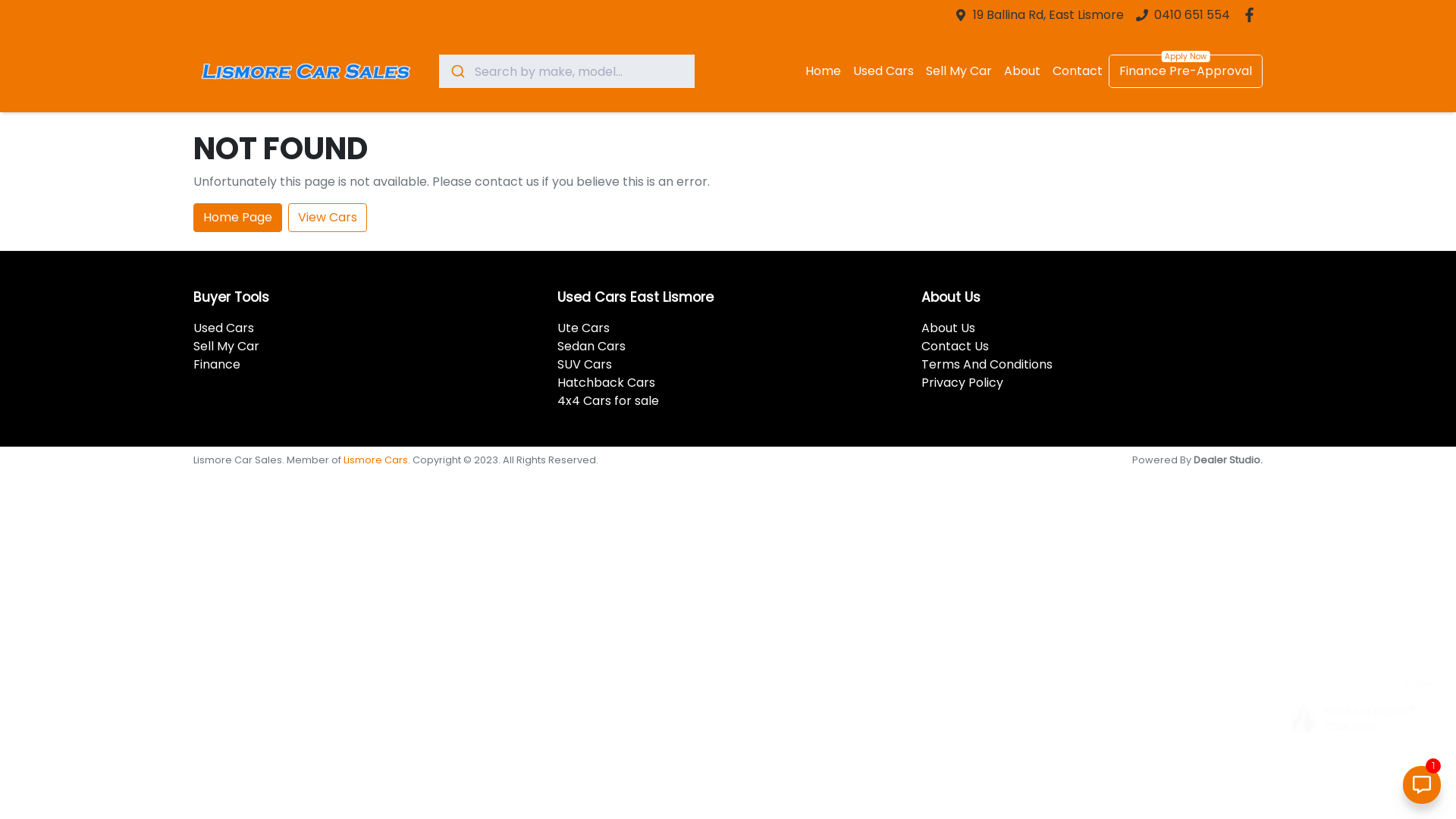  Describe the element at coordinates (216, 364) in the screenshot. I see `'Finance'` at that location.